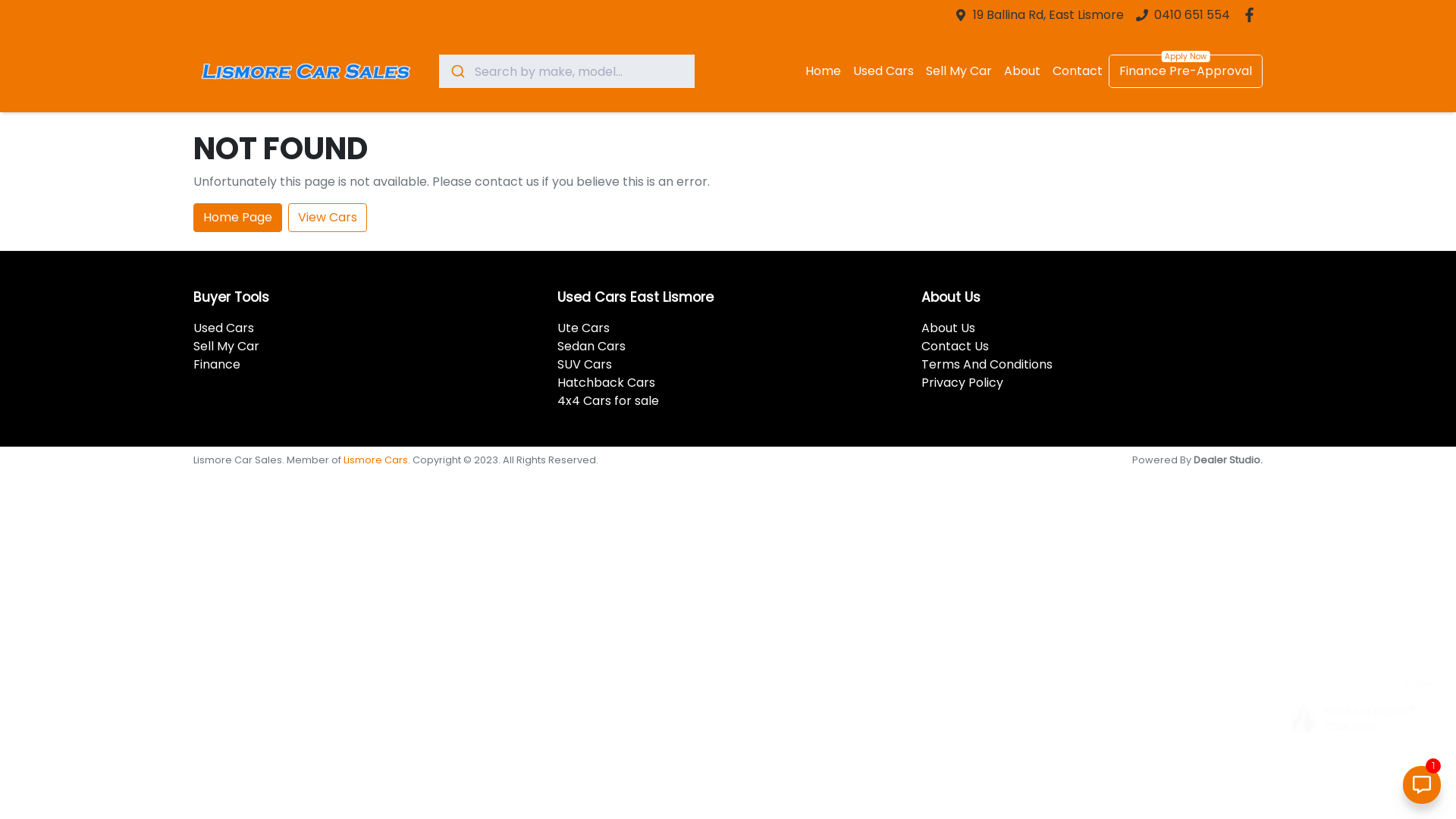  Describe the element at coordinates (216, 364) in the screenshot. I see `'Finance'` at that location.